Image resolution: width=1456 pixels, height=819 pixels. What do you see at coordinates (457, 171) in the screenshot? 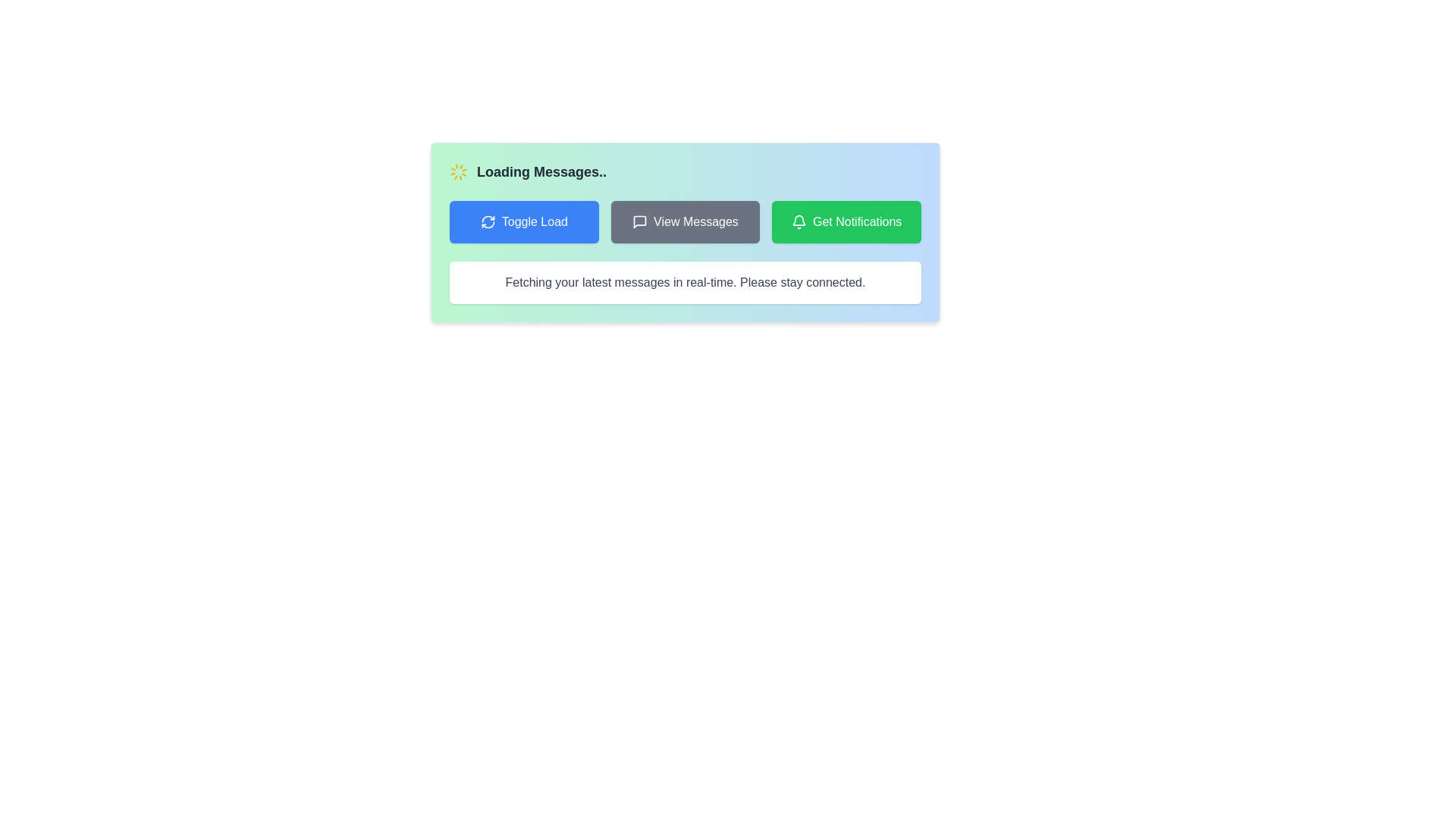
I see `the animated loading spinner icon located to the left of the 'Loading Messages..' text in the header section` at bounding box center [457, 171].